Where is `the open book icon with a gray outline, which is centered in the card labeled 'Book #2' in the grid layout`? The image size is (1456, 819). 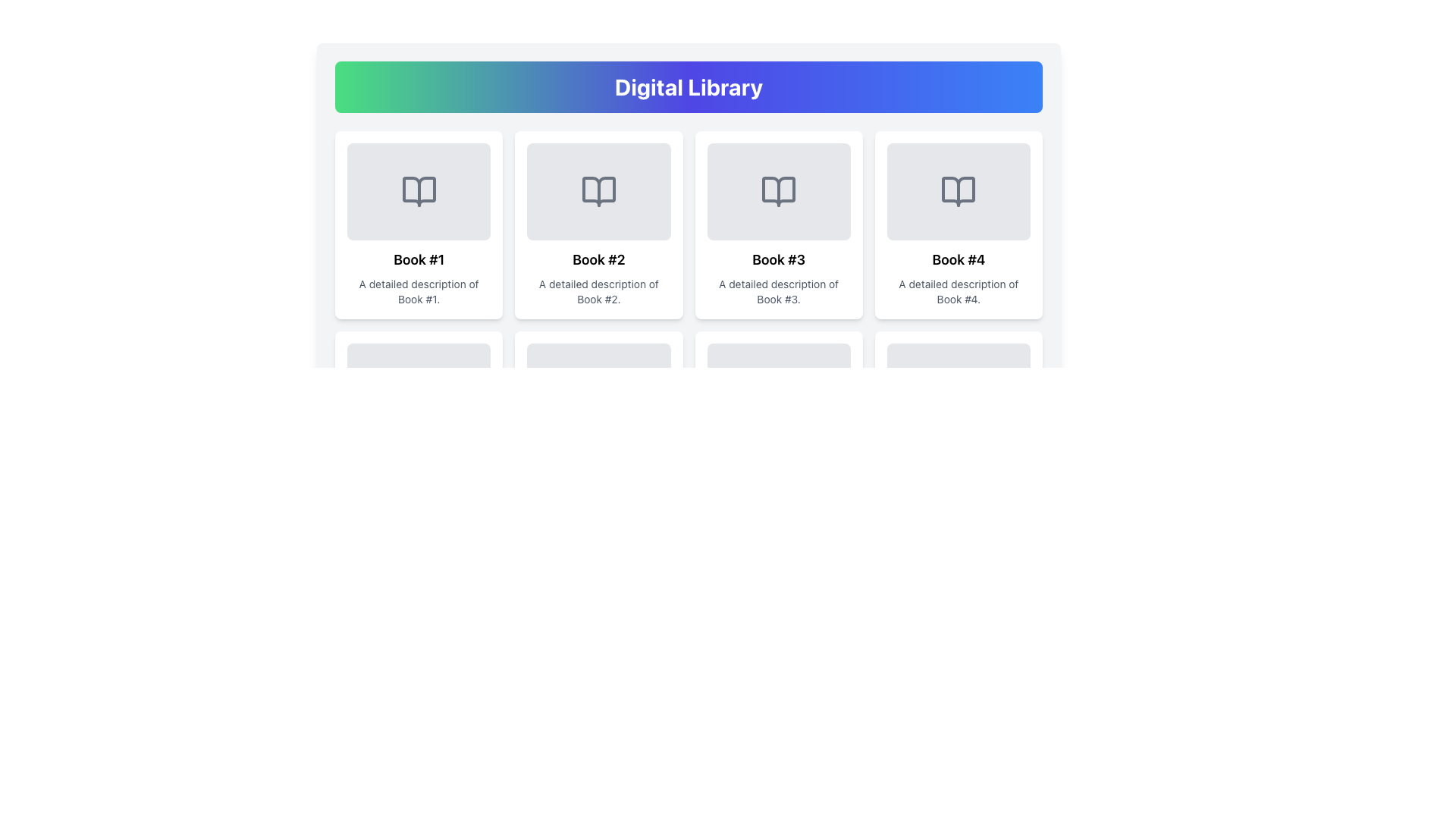
the open book icon with a gray outline, which is centered in the card labeled 'Book #2' in the grid layout is located at coordinates (598, 191).